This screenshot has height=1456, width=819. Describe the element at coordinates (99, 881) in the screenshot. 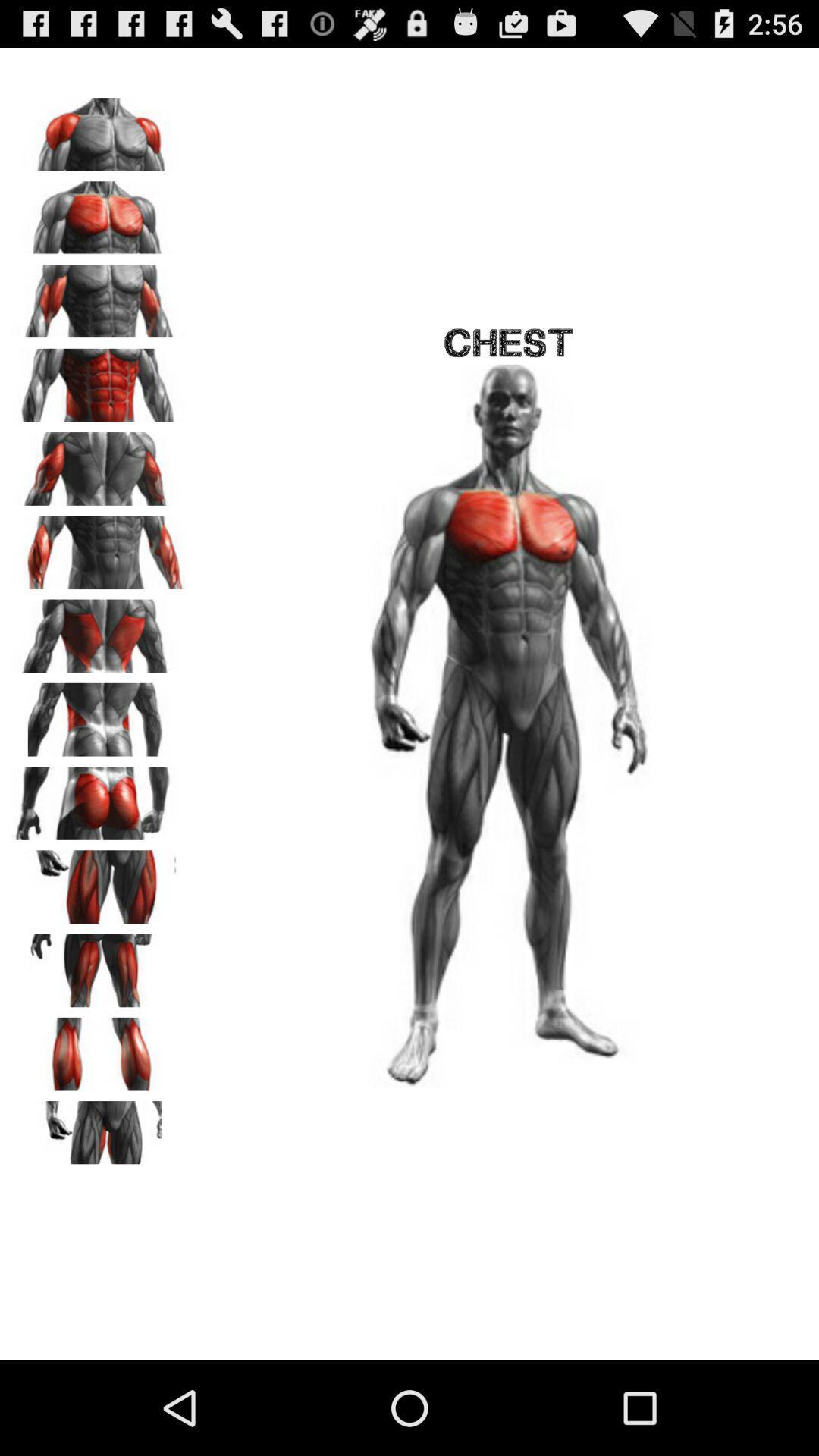

I see `focus on thighs` at that location.